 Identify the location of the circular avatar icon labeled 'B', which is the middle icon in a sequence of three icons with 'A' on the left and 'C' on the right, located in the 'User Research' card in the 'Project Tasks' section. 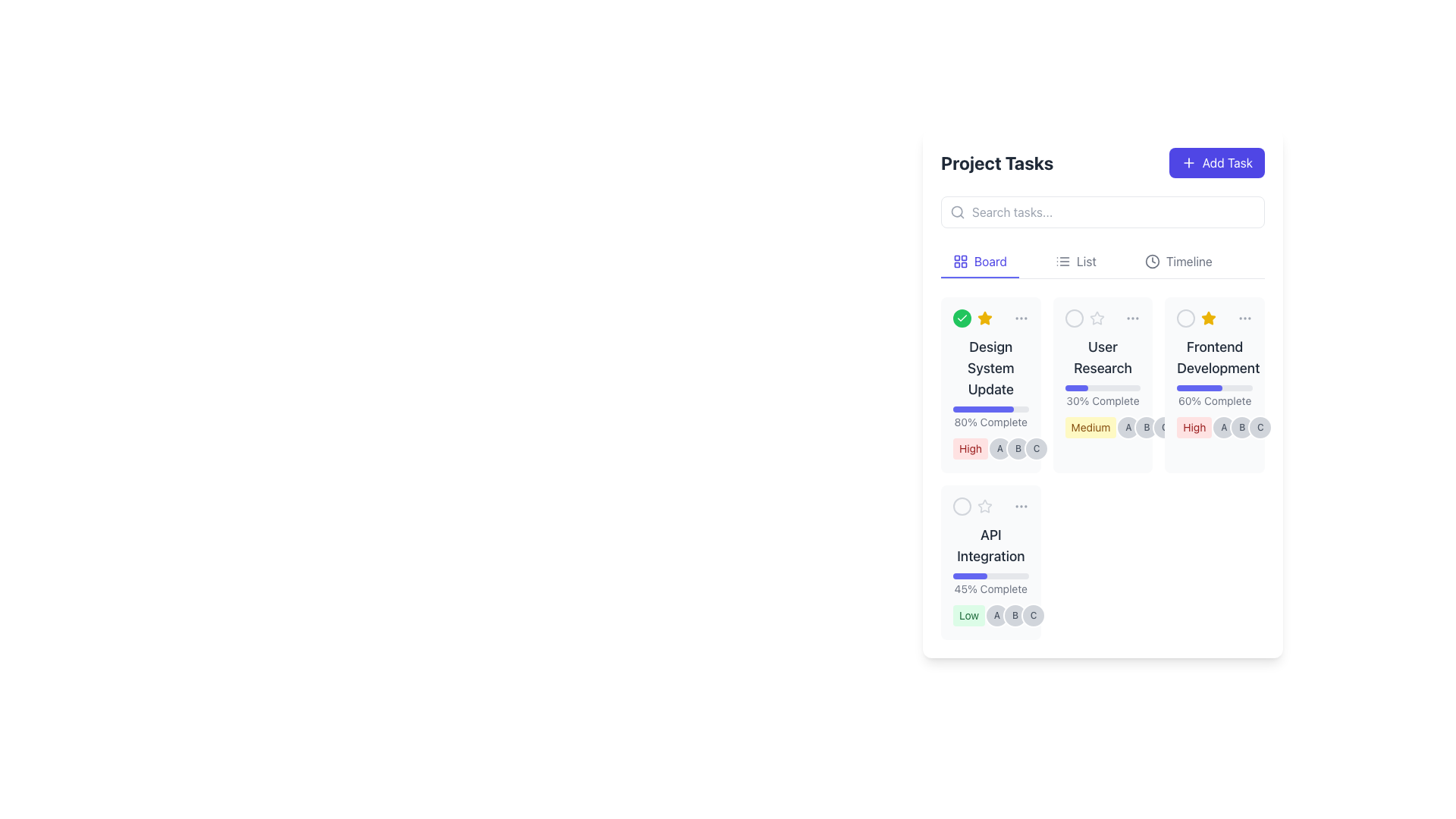
(1147, 427).